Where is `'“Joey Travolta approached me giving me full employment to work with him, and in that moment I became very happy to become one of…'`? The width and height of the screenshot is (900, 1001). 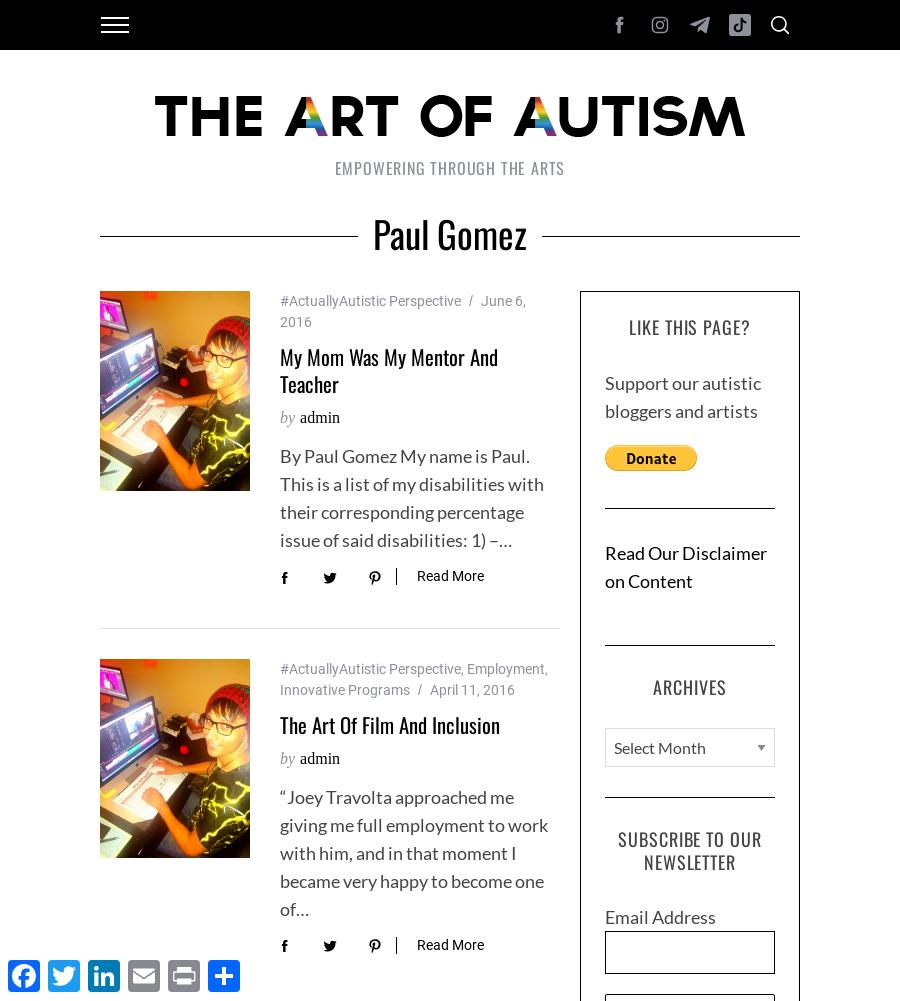
'“Joey Travolta approached me giving me full employment to work with him, and in that moment I became very happy to become one of…' is located at coordinates (414, 850).